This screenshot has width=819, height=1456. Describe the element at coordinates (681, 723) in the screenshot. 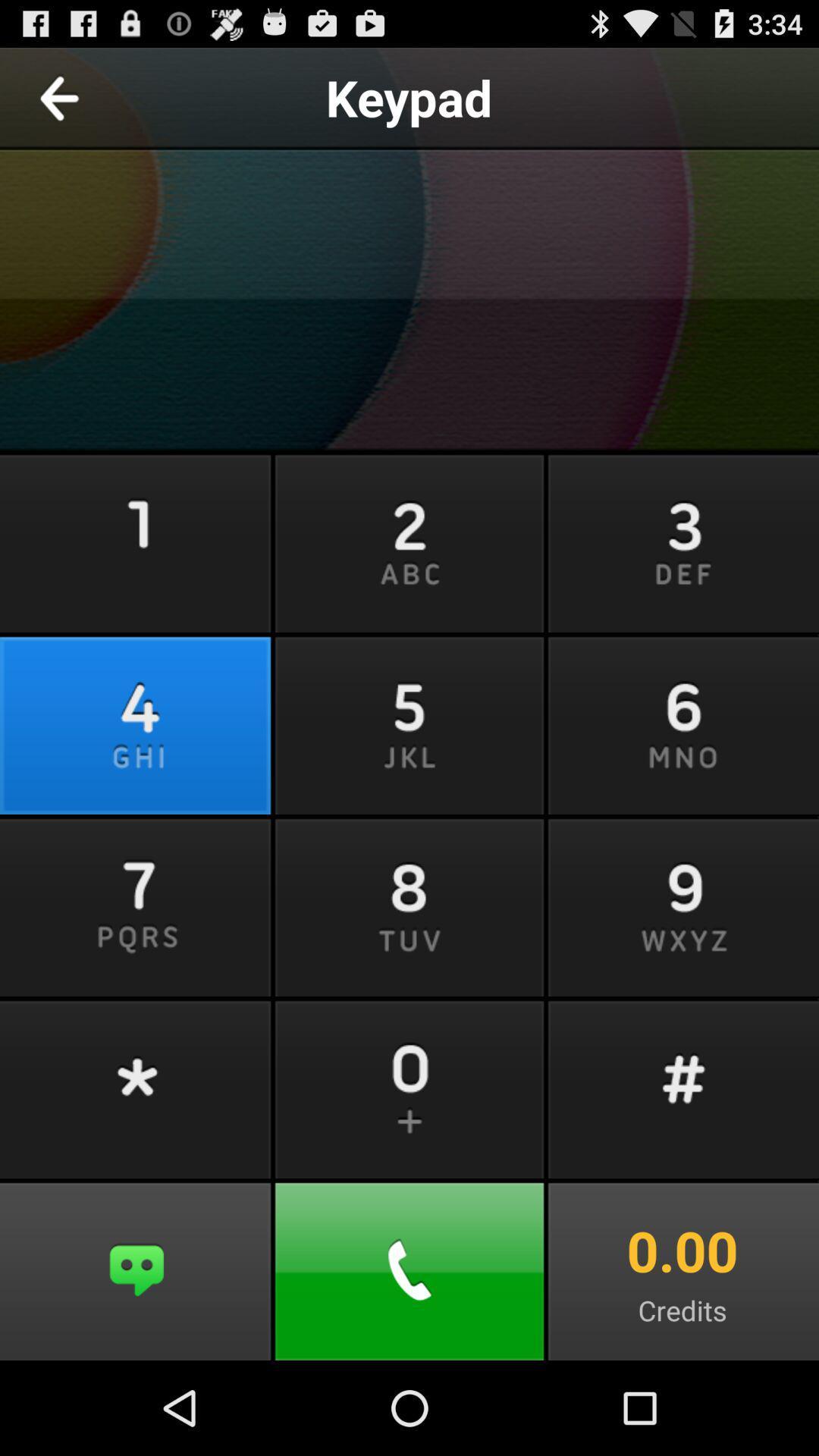

I see `number which is below 3` at that location.